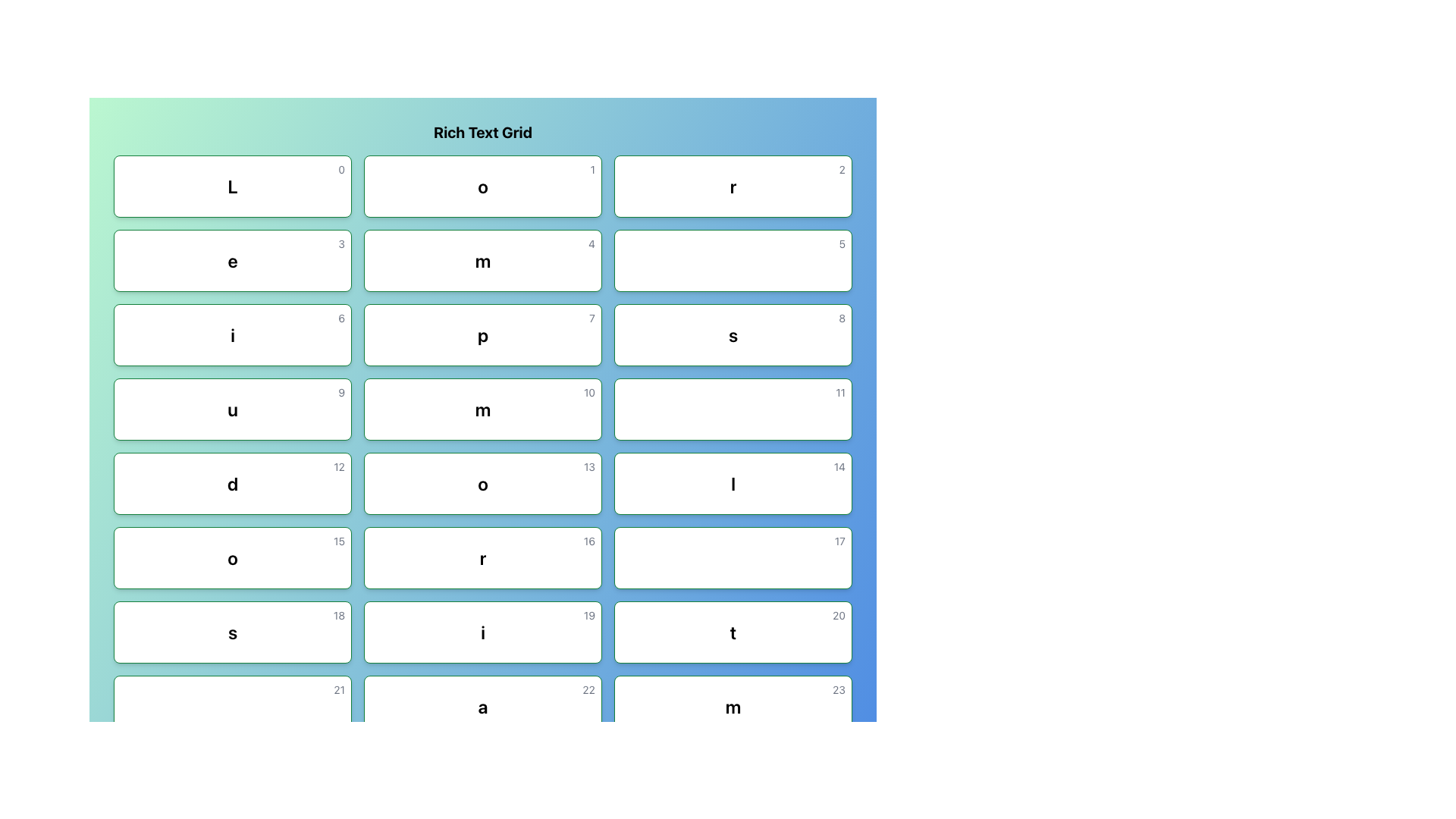 This screenshot has width=1456, height=819. I want to click on the Card element located in the grid, which is in the fourth position of the second row, serving as a selectable item, so click(232, 409).